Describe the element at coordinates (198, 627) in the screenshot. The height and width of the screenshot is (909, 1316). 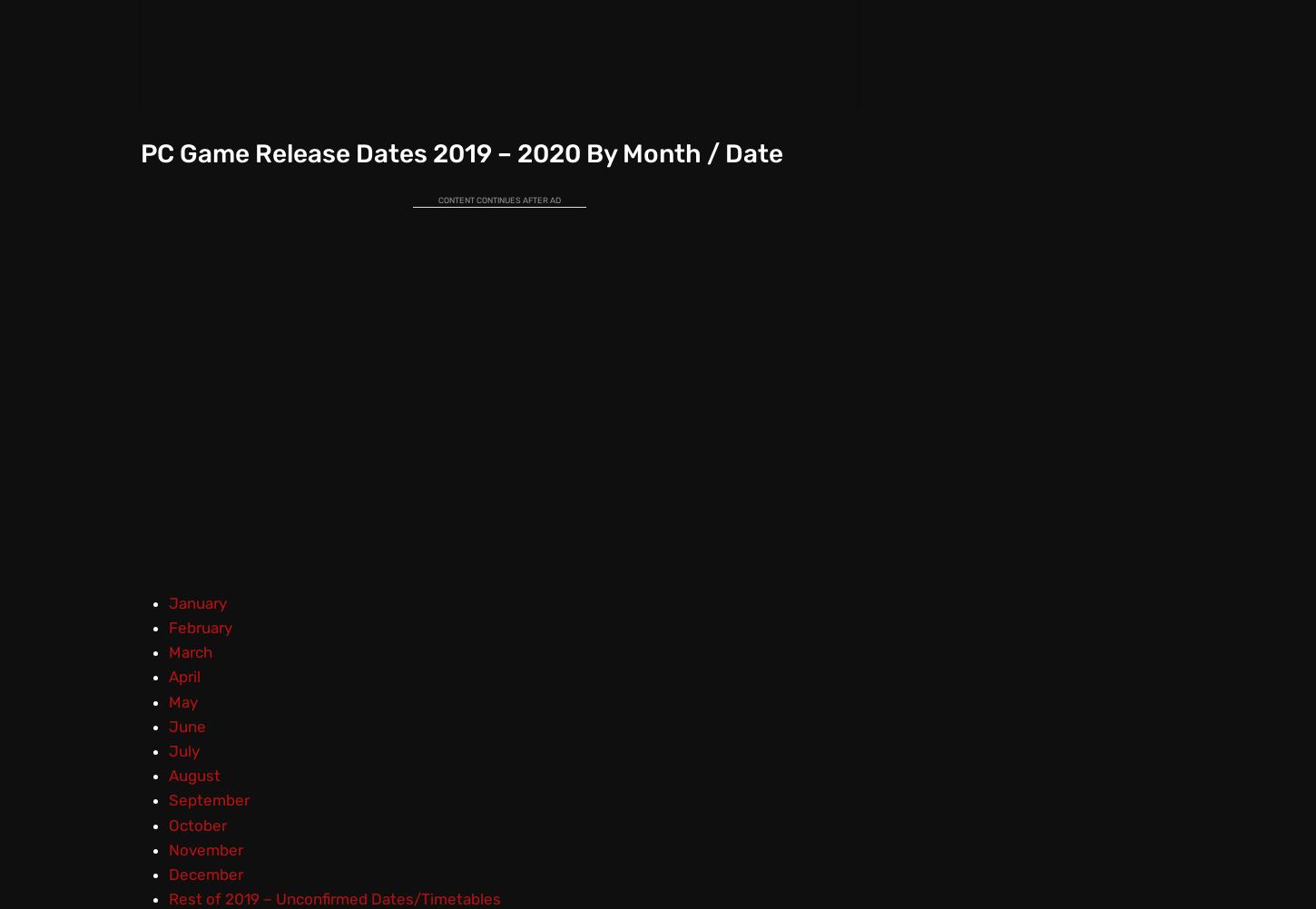
I see `'February'` at that location.